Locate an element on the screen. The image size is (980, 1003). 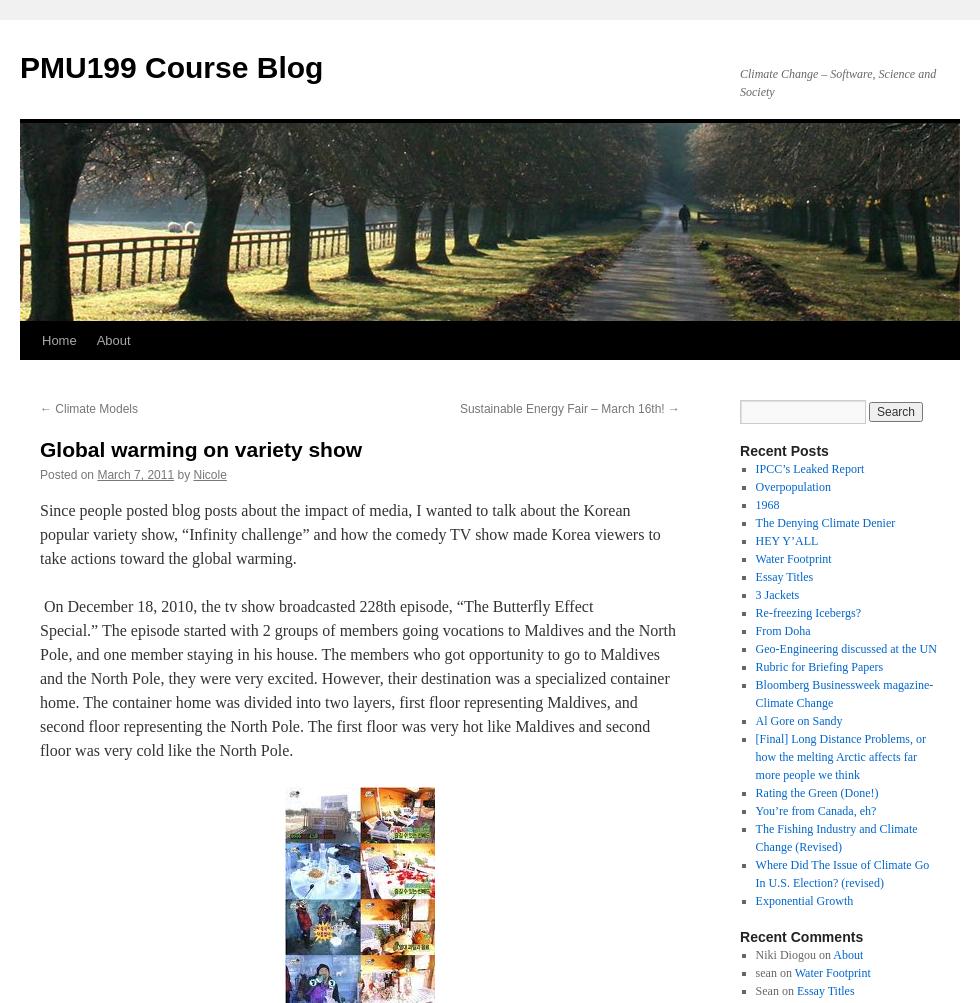
'Niki Diogou' is located at coordinates (754, 953).